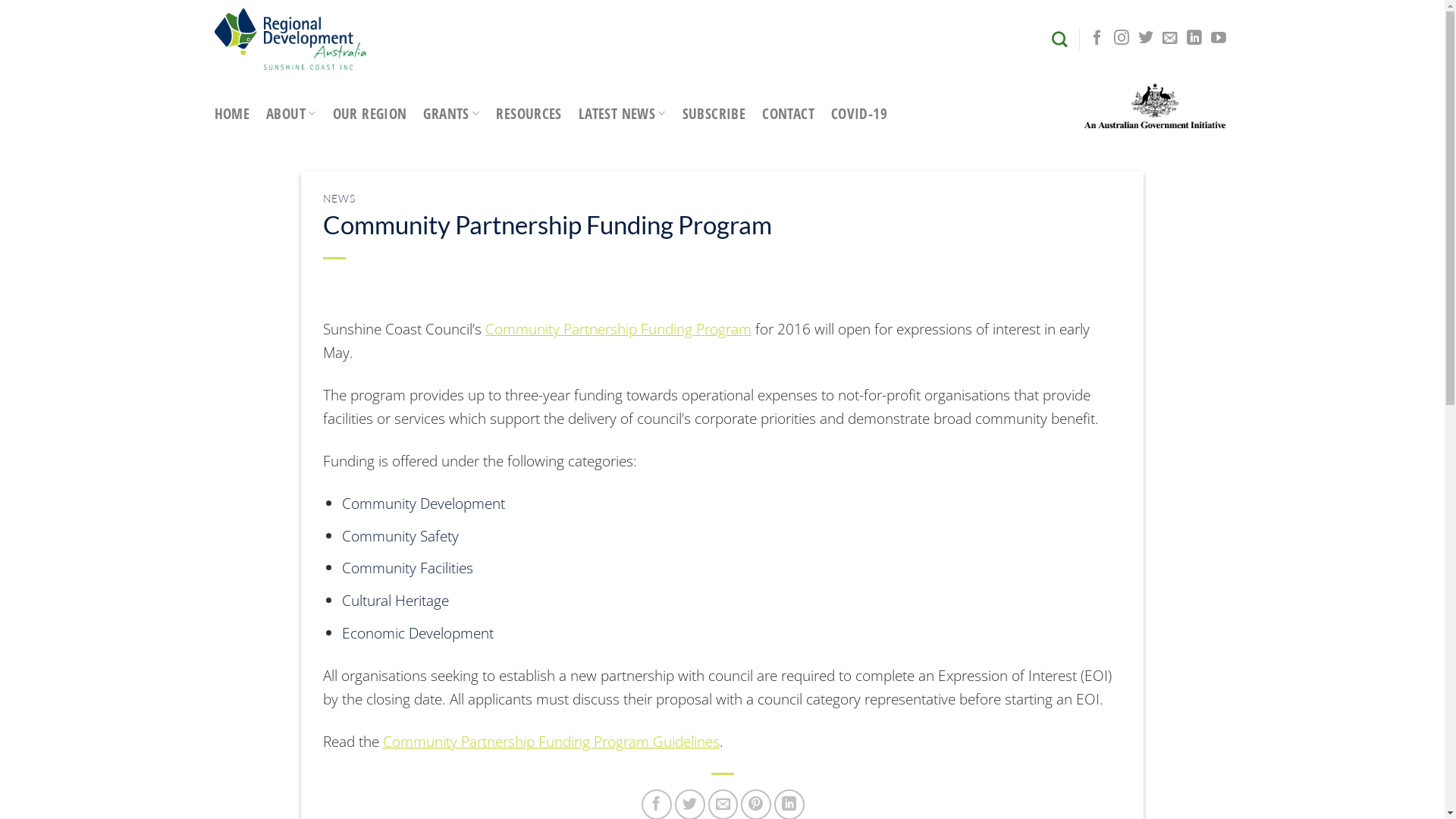  Describe the element at coordinates (858, 112) in the screenshot. I see `'COVID-19'` at that location.